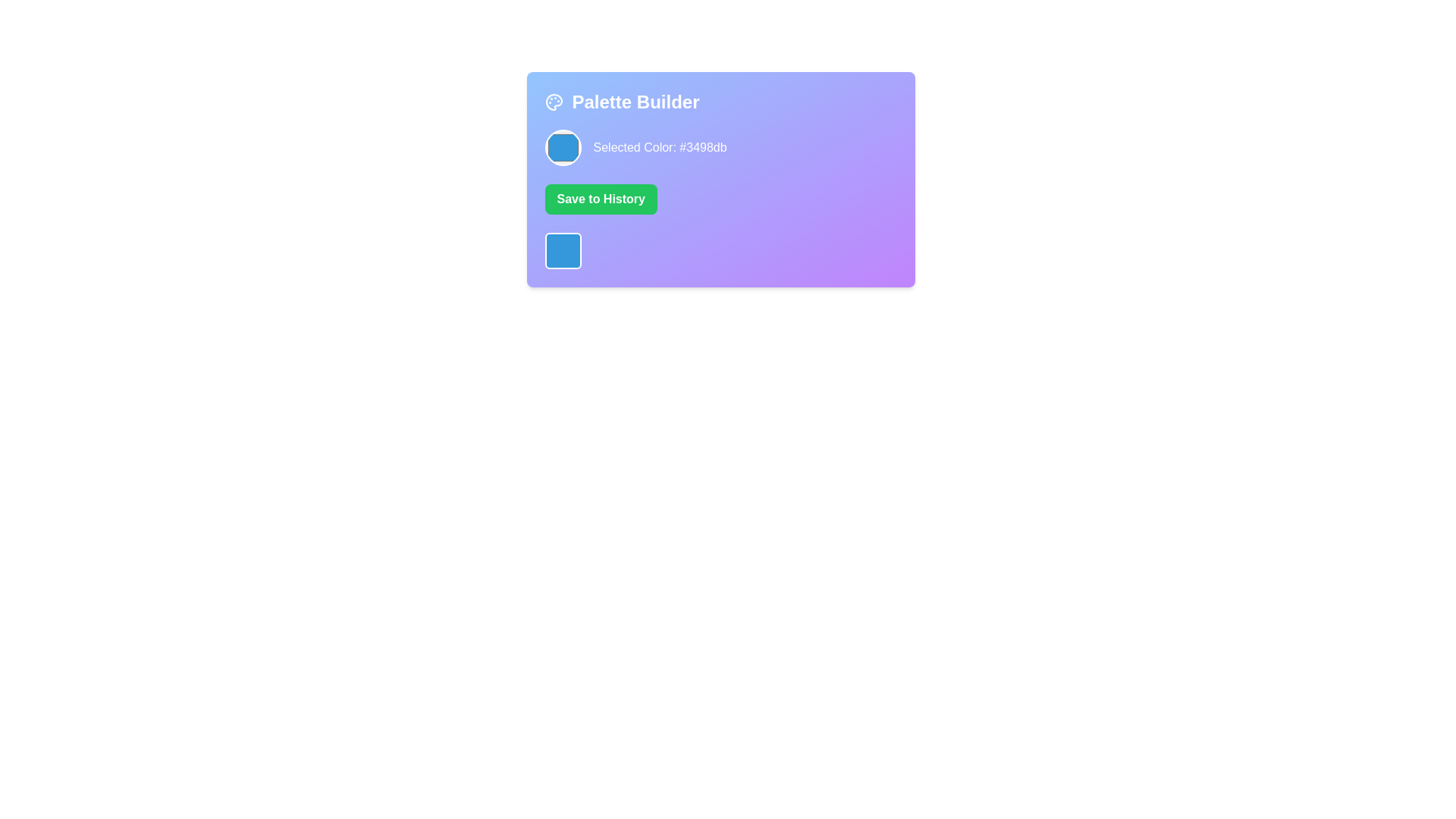 The height and width of the screenshot is (819, 1456). What do you see at coordinates (553, 102) in the screenshot?
I see `the artistic palette icon located in the top-left section of the 'Palette Builder' card, positioned above the 'Selected Color: #3498db' text` at bounding box center [553, 102].